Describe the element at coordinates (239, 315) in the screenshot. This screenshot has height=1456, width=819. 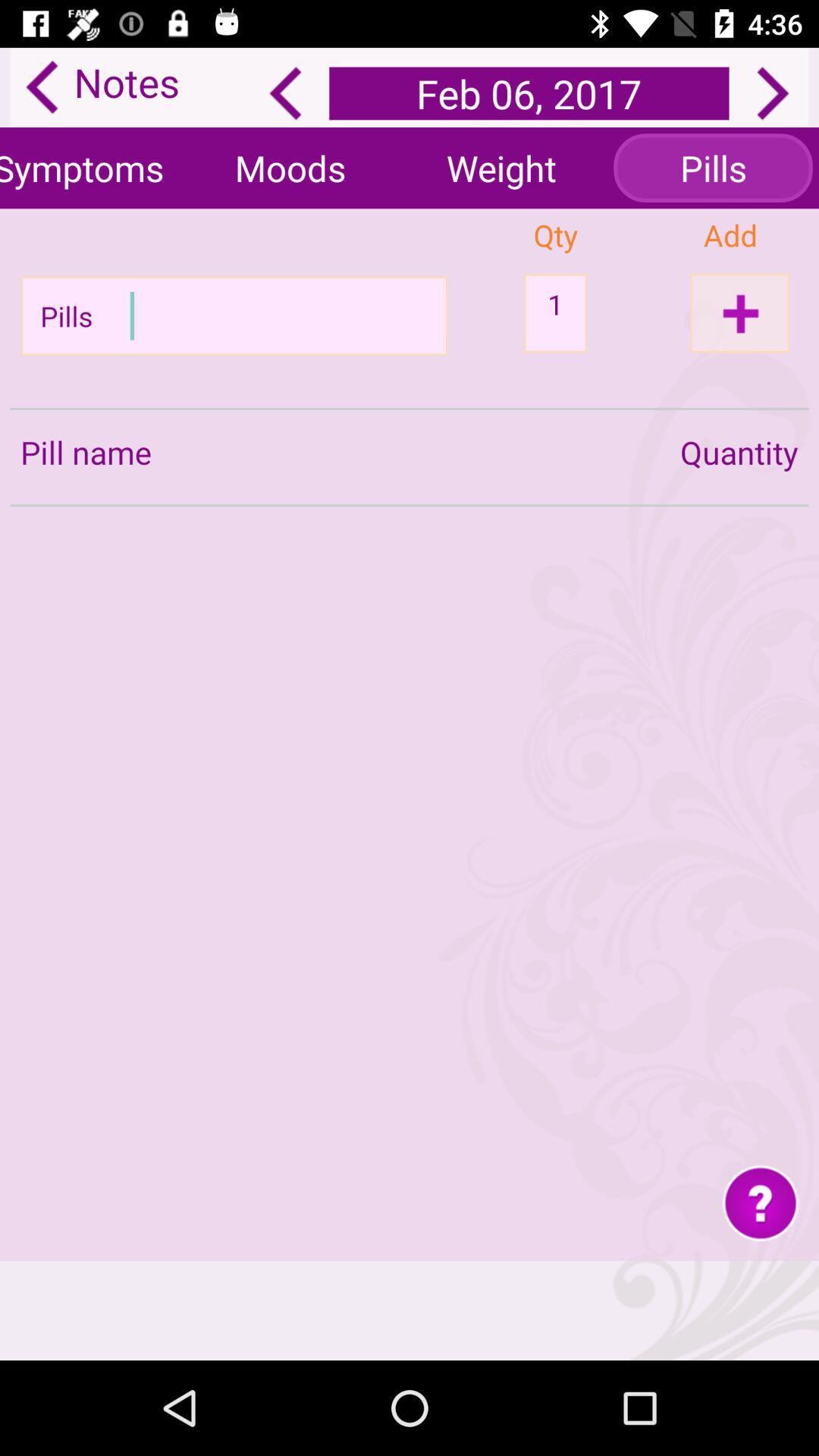
I see `pill name text imput` at that location.